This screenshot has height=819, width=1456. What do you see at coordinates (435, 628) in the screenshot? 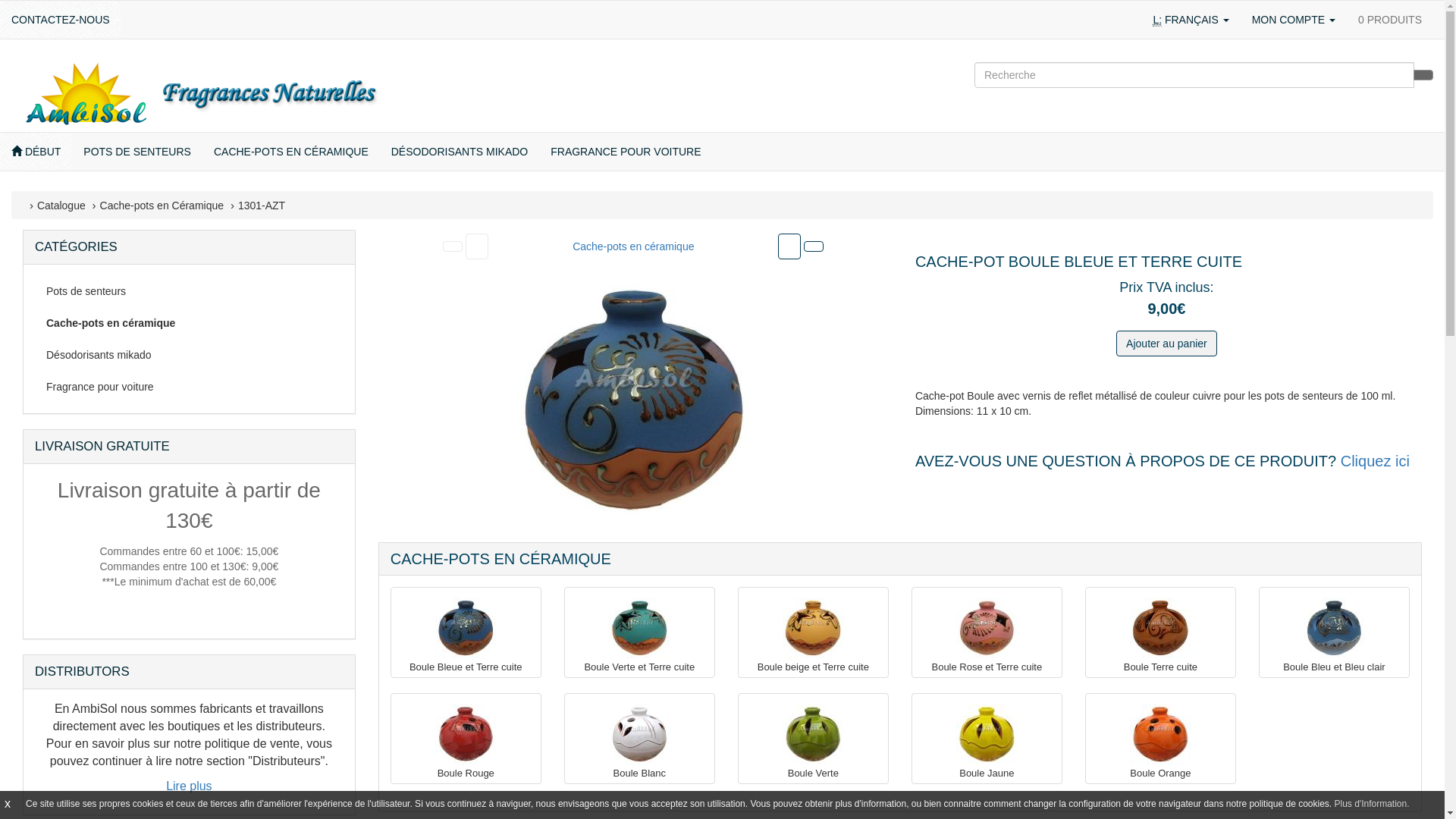
I see `'Boule Bleue et Terre cuite'` at bounding box center [435, 628].